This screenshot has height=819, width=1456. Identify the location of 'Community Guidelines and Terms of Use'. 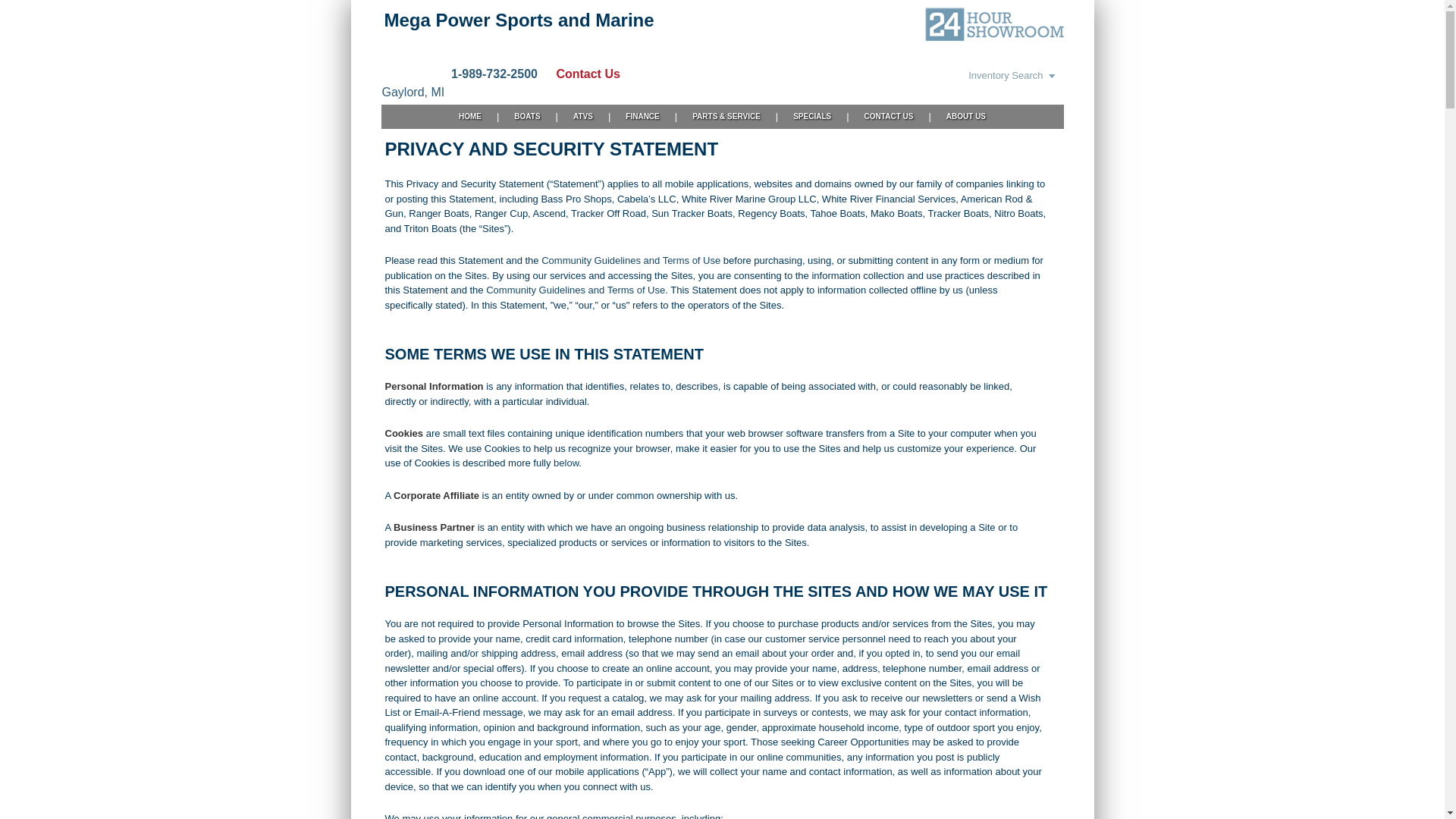
(630, 259).